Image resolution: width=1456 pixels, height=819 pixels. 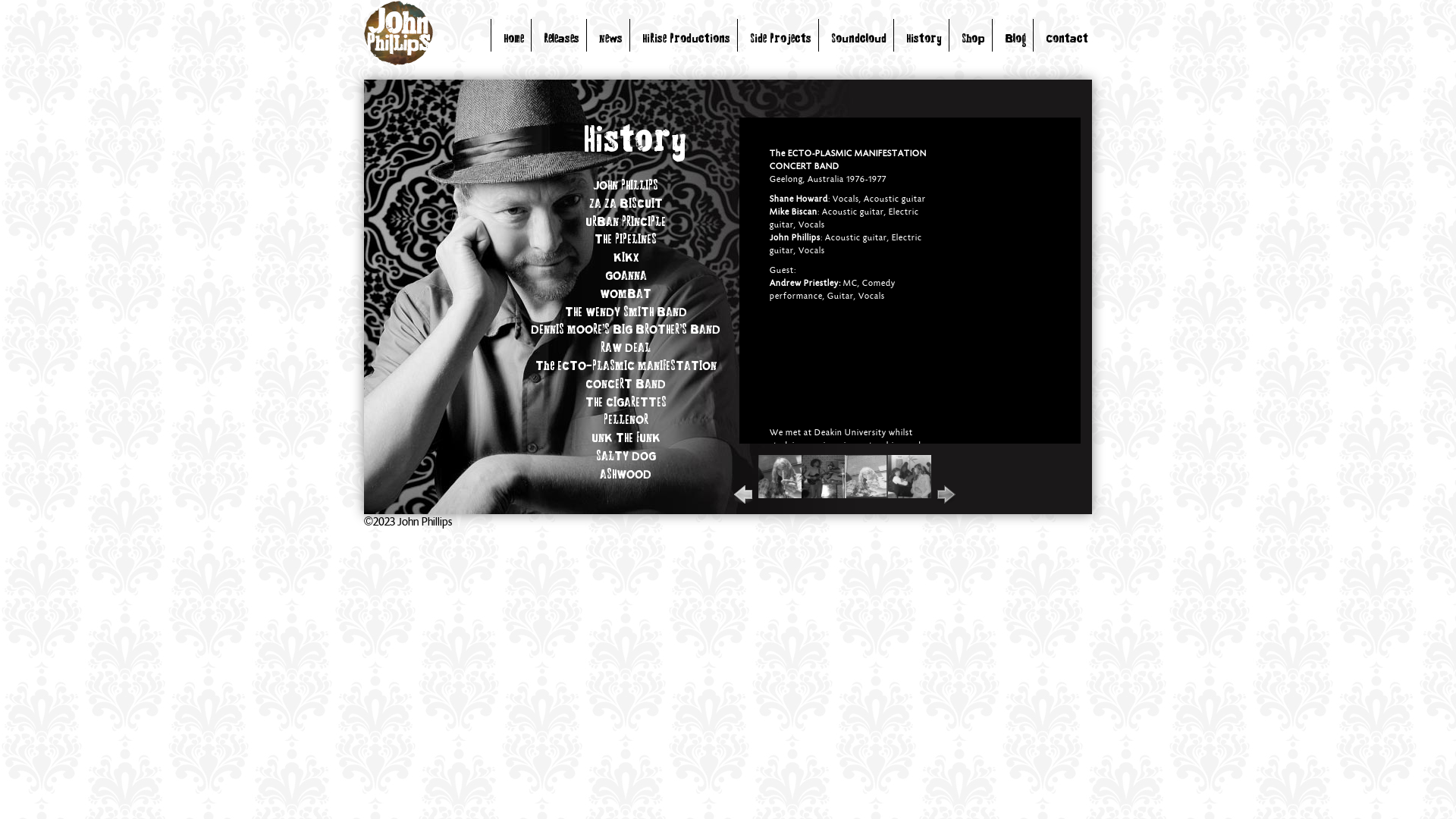 I want to click on 'Soundcloud', so click(x=830, y=39).